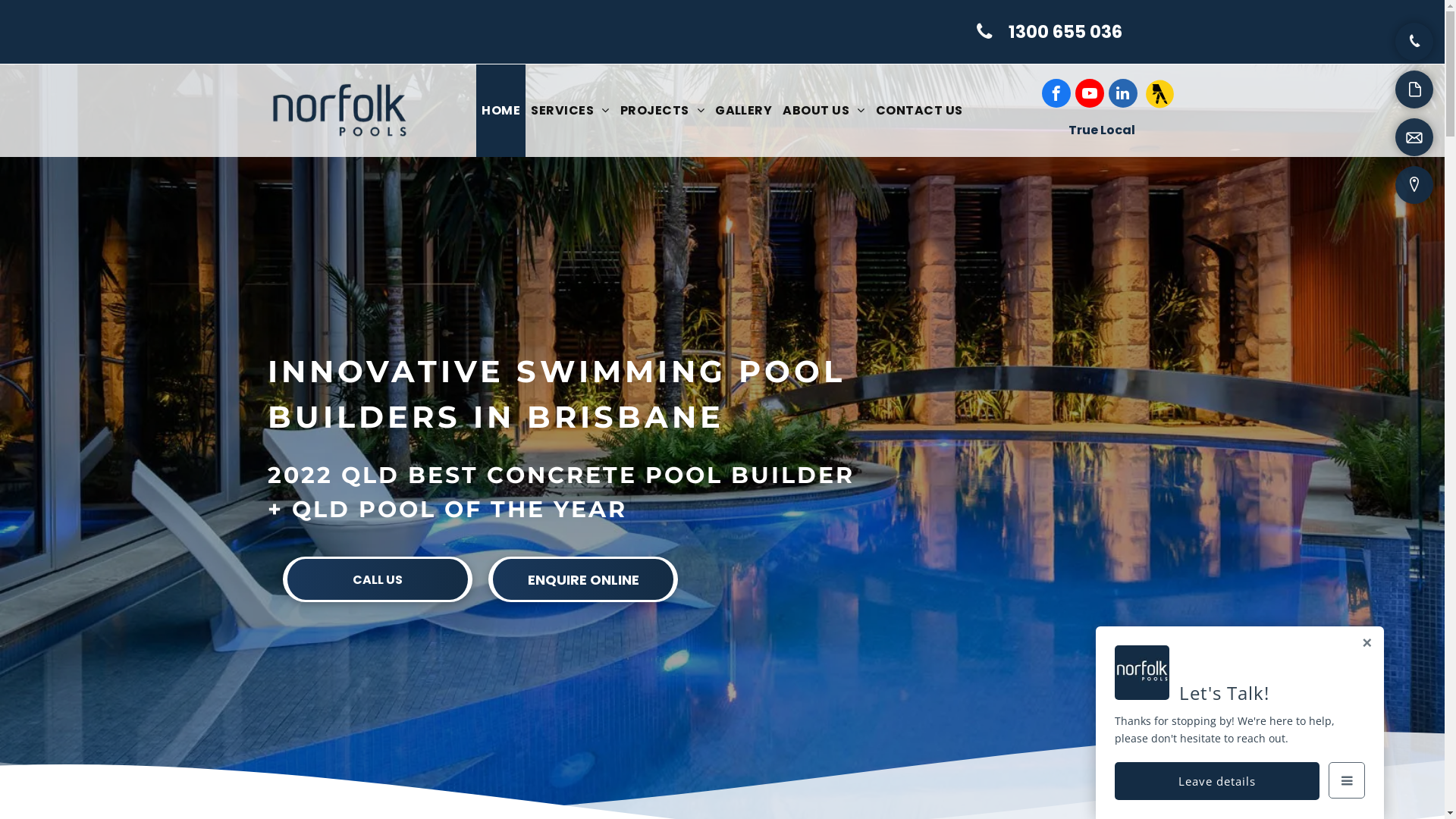  What do you see at coordinates (918, 110) in the screenshot?
I see `'CONTACT US'` at bounding box center [918, 110].